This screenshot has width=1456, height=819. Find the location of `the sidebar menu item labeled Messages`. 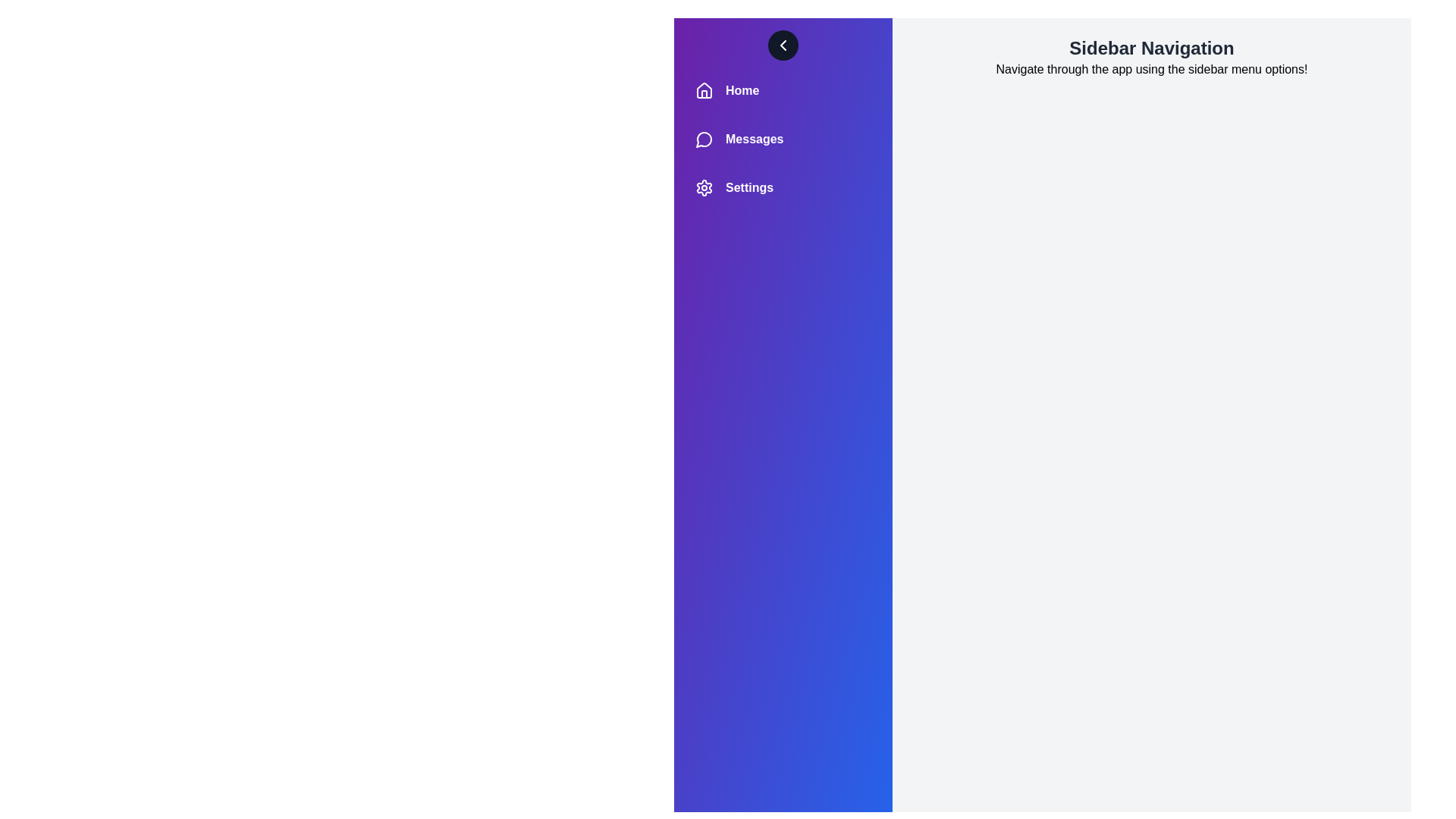

the sidebar menu item labeled Messages is located at coordinates (783, 140).